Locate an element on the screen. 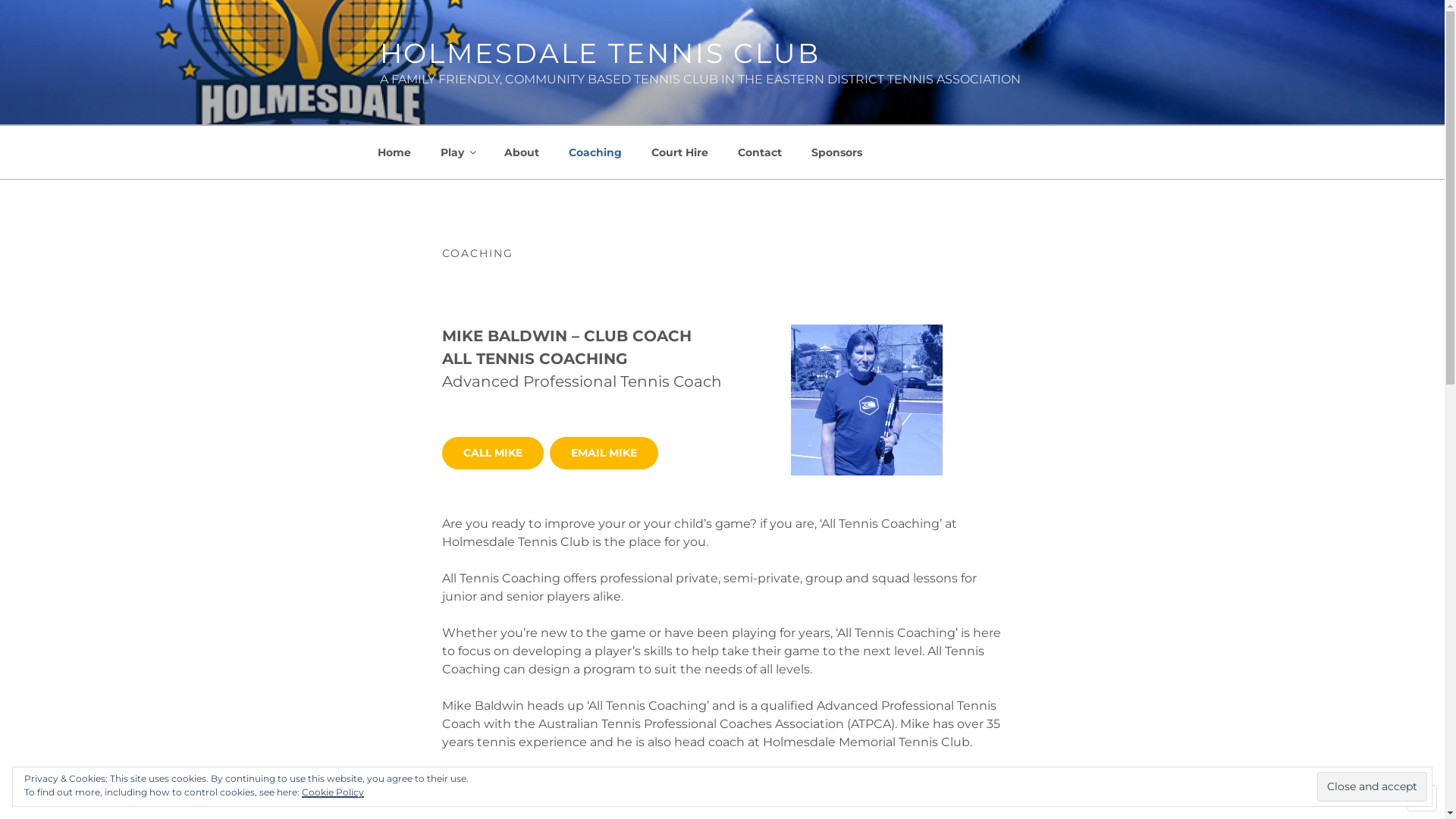 This screenshot has height=819, width=1456. 'EMAIL MIKE' is located at coordinates (602, 452).